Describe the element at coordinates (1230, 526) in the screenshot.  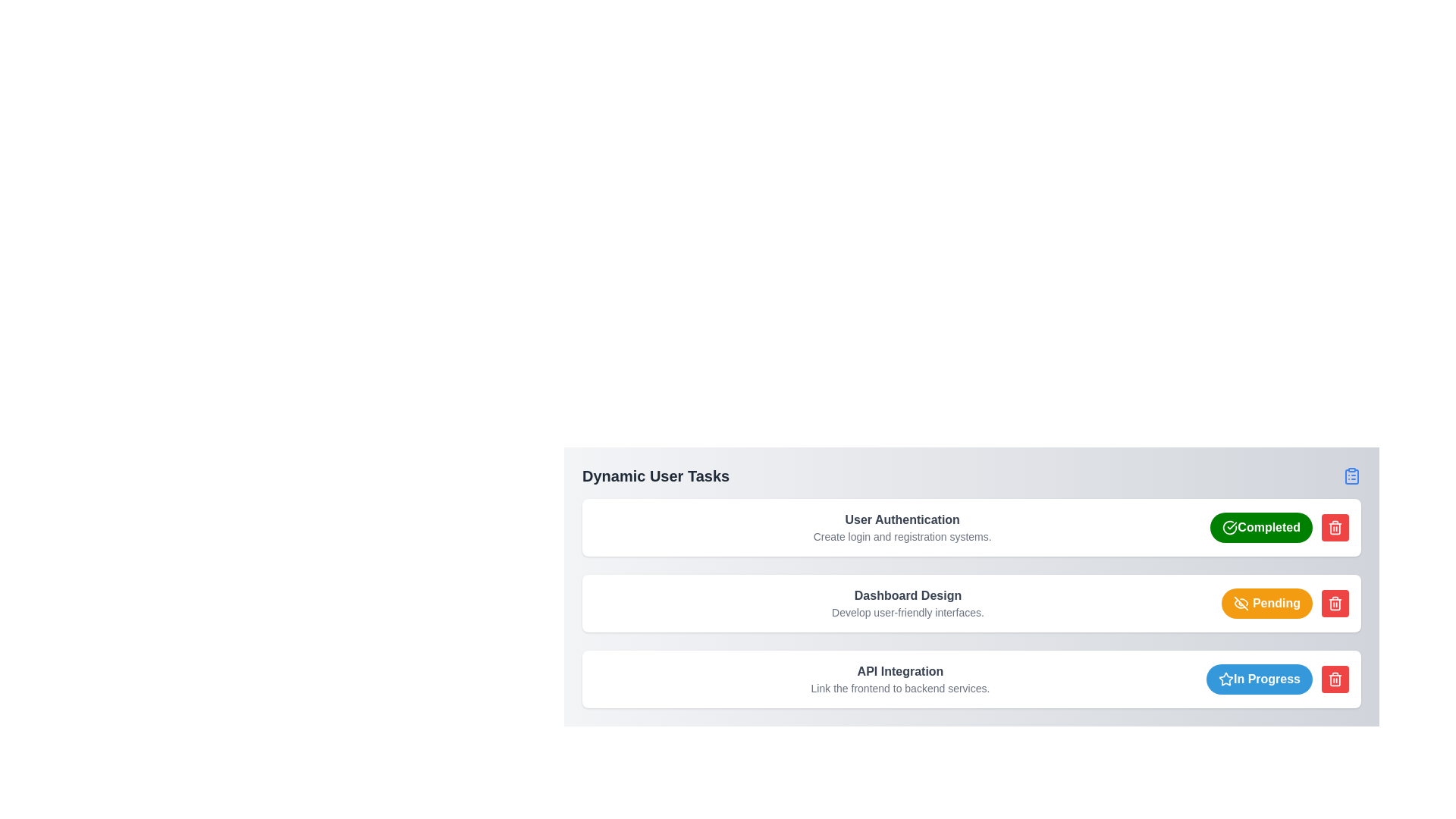
I see `the status of the circular green icon with a white checkmark, located within the 'Completed' button in the 'Dynamic User Tasks' interface` at that location.